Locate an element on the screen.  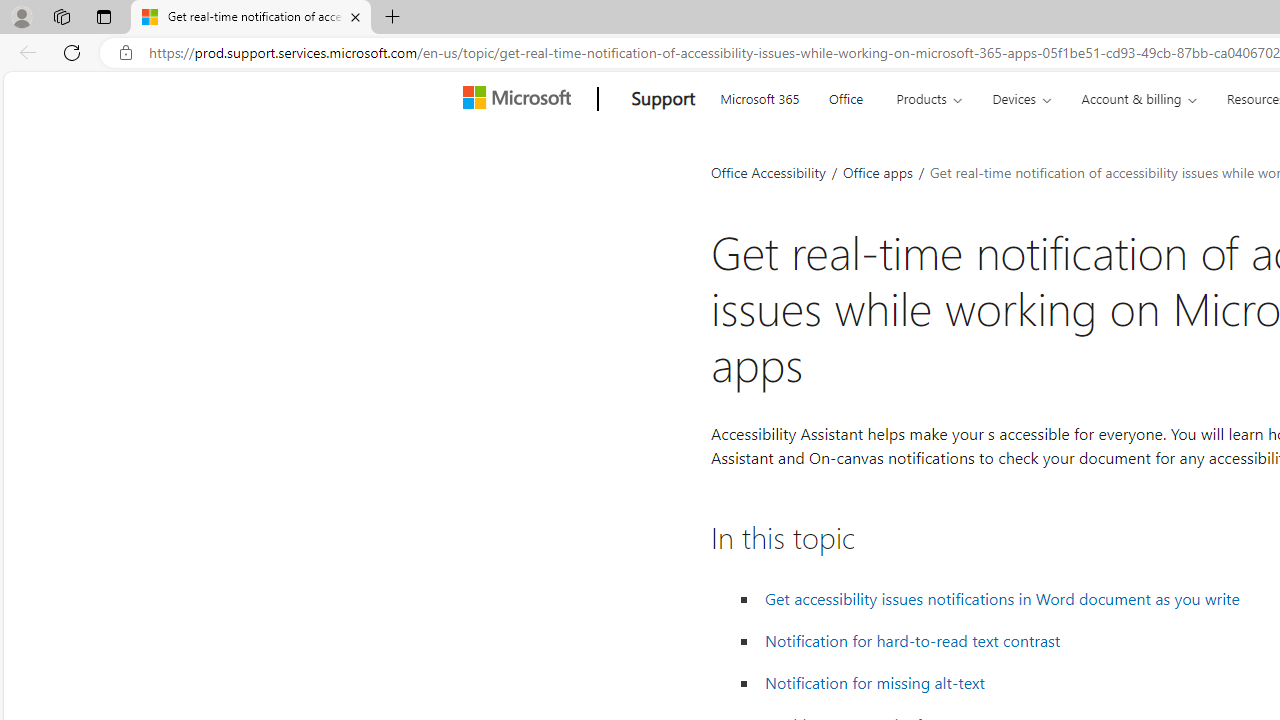
'Support' is located at coordinates (663, 99).